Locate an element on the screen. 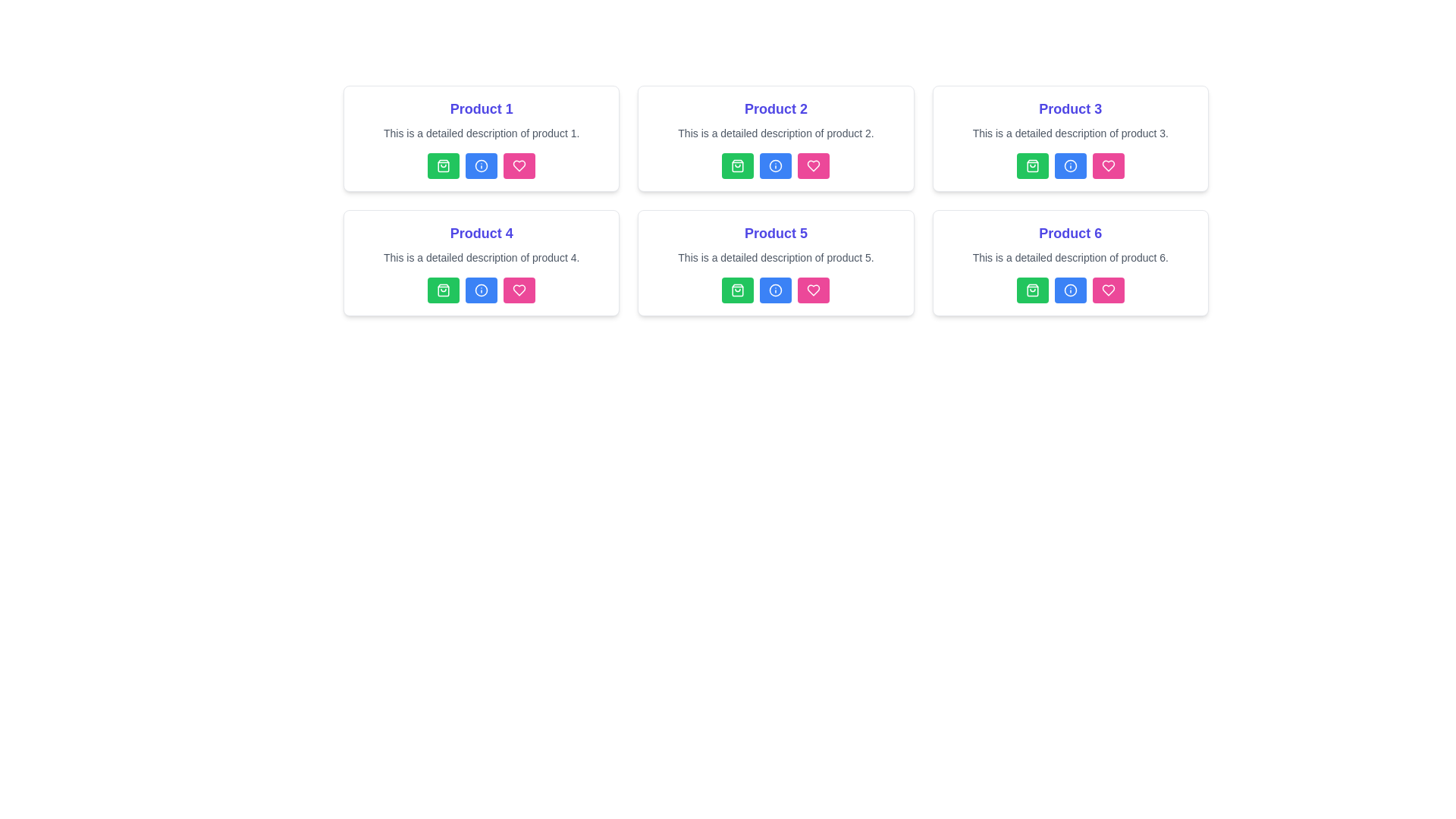 The height and width of the screenshot is (819, 1456). the circular button with a blue background and a white border, which is the second button in a horizontal series of three buttons located beneath 'Product 4' is located at coordinates (481, 290).